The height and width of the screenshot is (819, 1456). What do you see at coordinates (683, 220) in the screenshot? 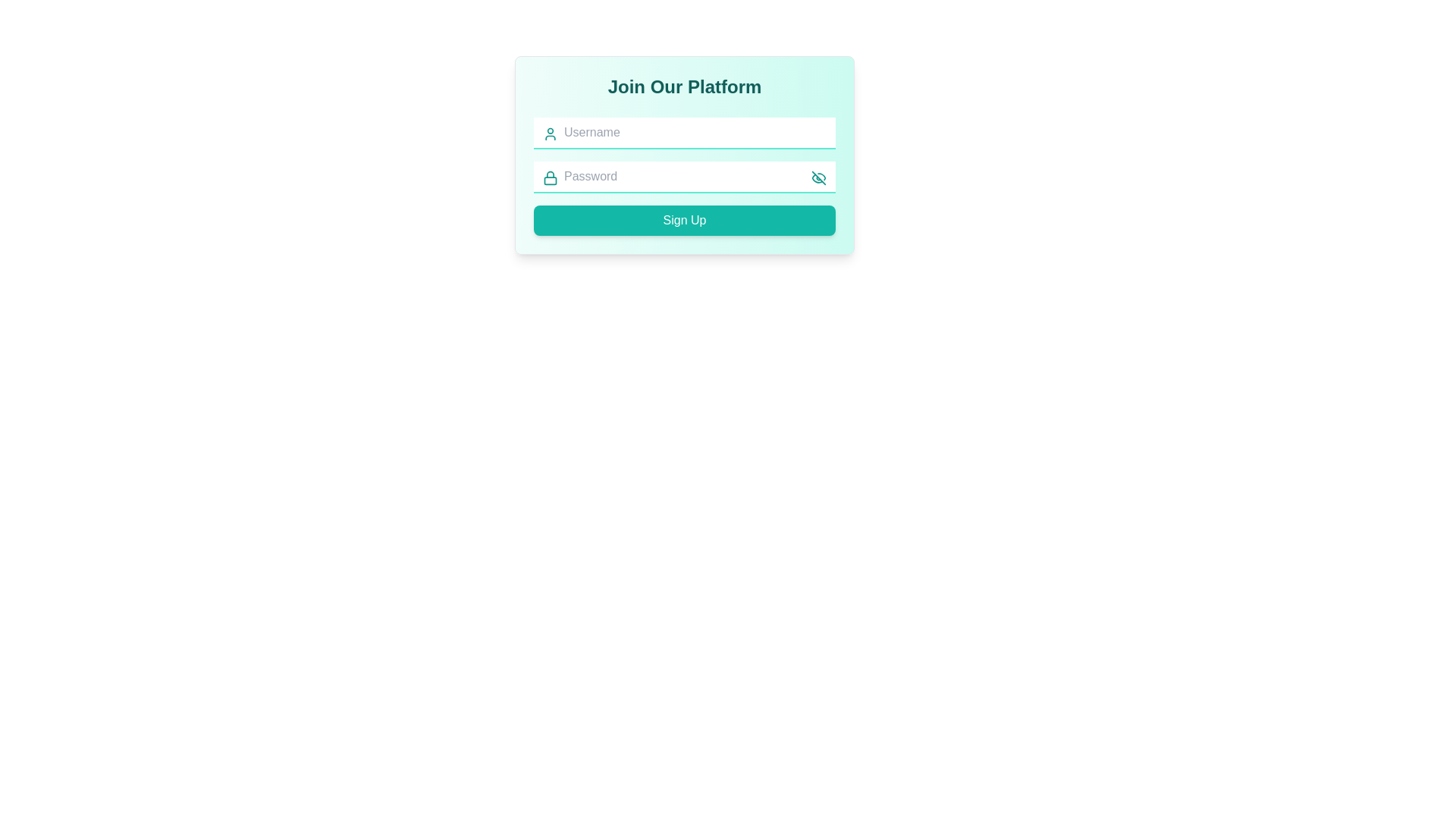
I see `the sign-up button located at the bottom of the form` at bounding box center [683, 220].